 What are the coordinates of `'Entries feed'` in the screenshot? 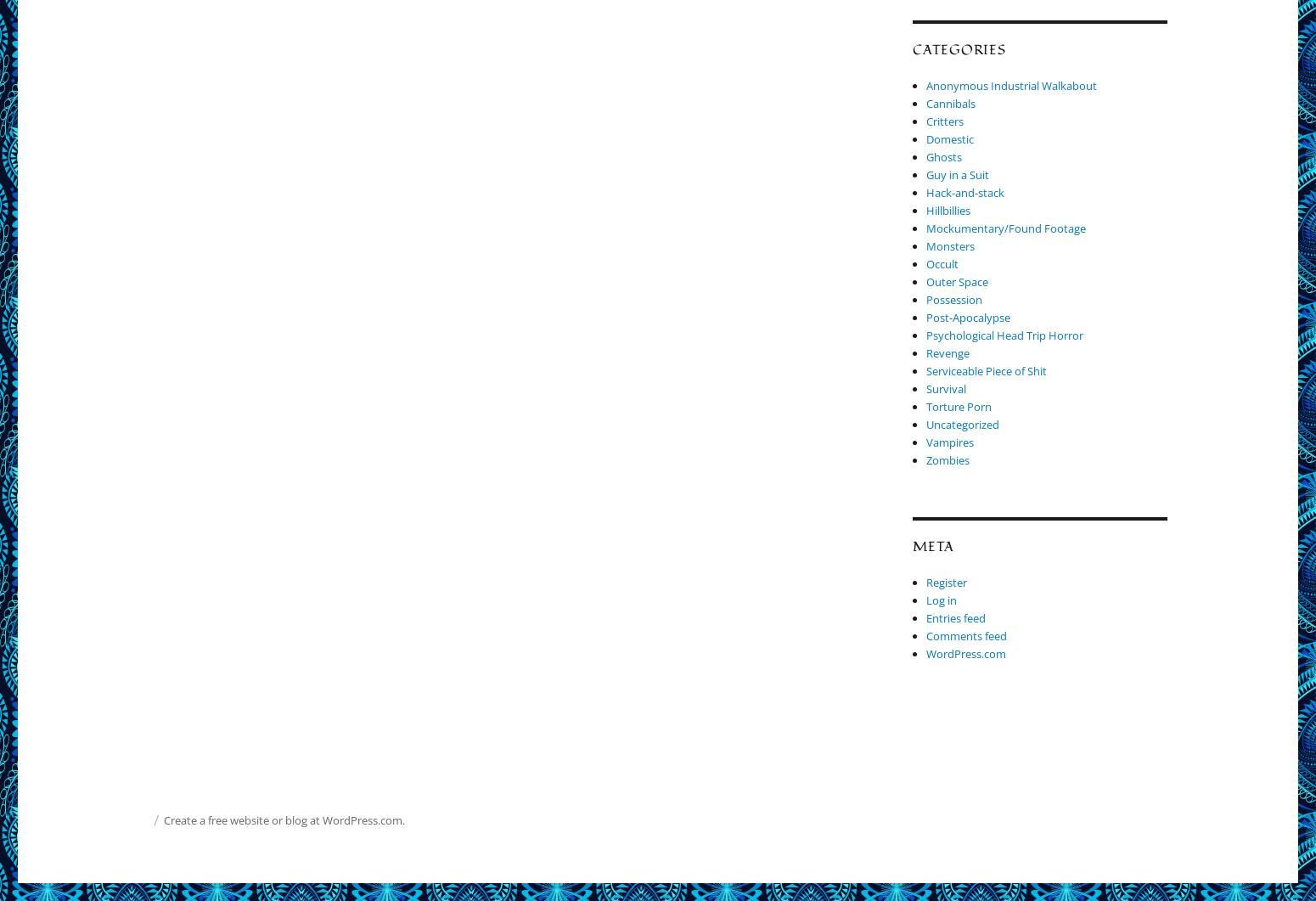 It's located at (955, 617).